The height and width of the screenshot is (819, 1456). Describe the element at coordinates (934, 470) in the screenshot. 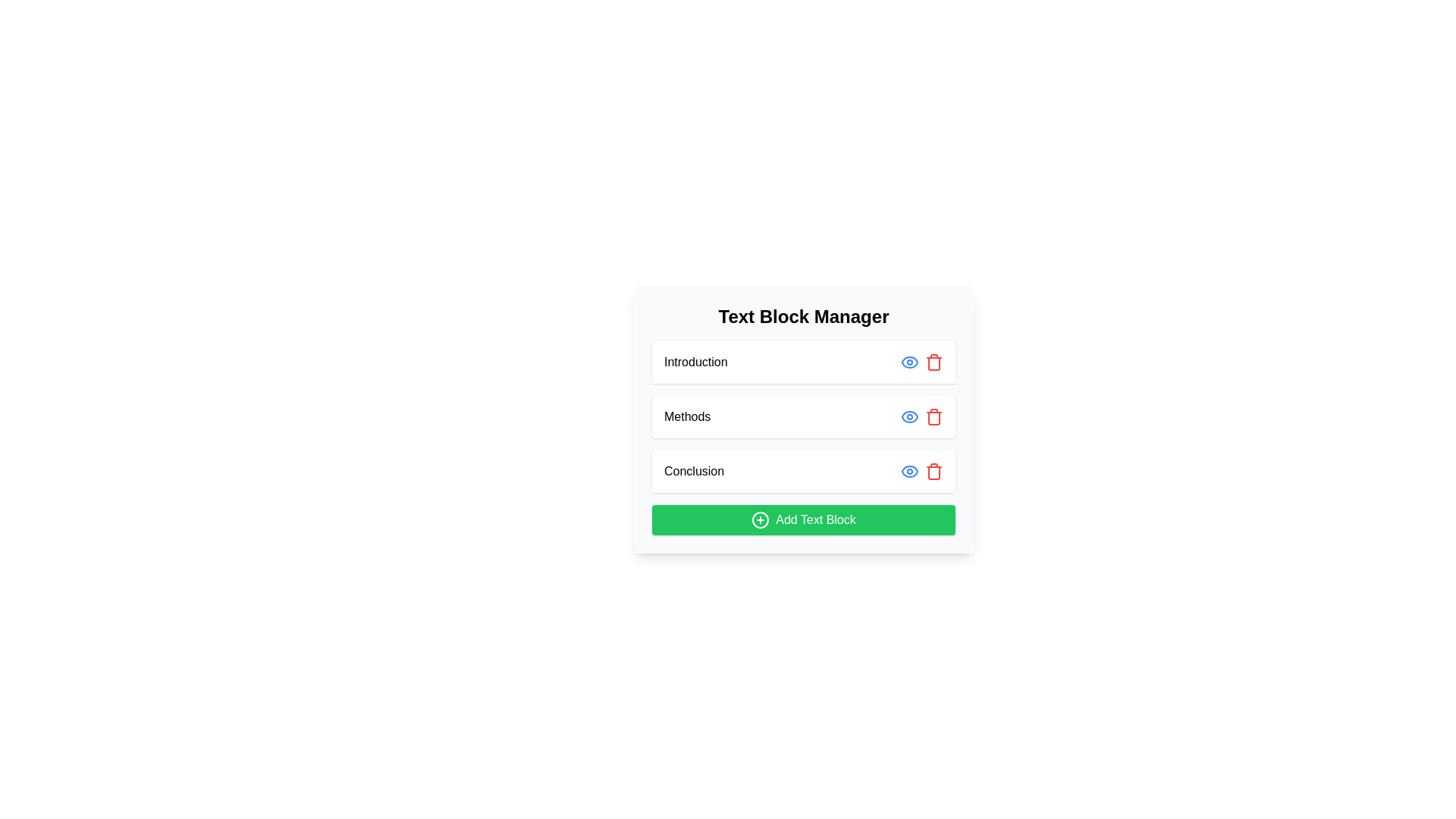

I see `the delete button for the text block titled 'Conclusion'` at that location.